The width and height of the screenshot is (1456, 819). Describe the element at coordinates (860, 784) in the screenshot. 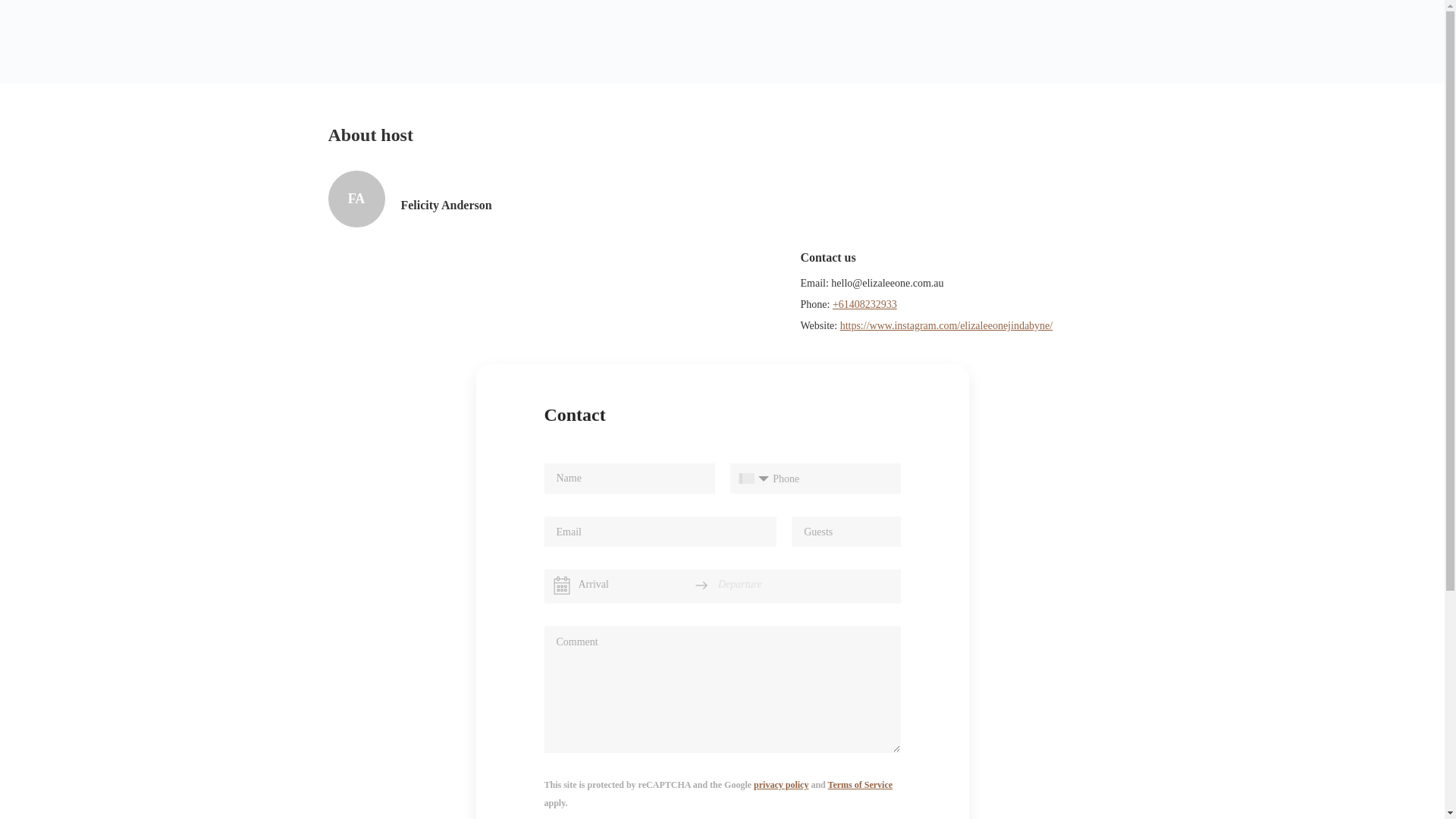

I see `'Terms of Service'` at that location.